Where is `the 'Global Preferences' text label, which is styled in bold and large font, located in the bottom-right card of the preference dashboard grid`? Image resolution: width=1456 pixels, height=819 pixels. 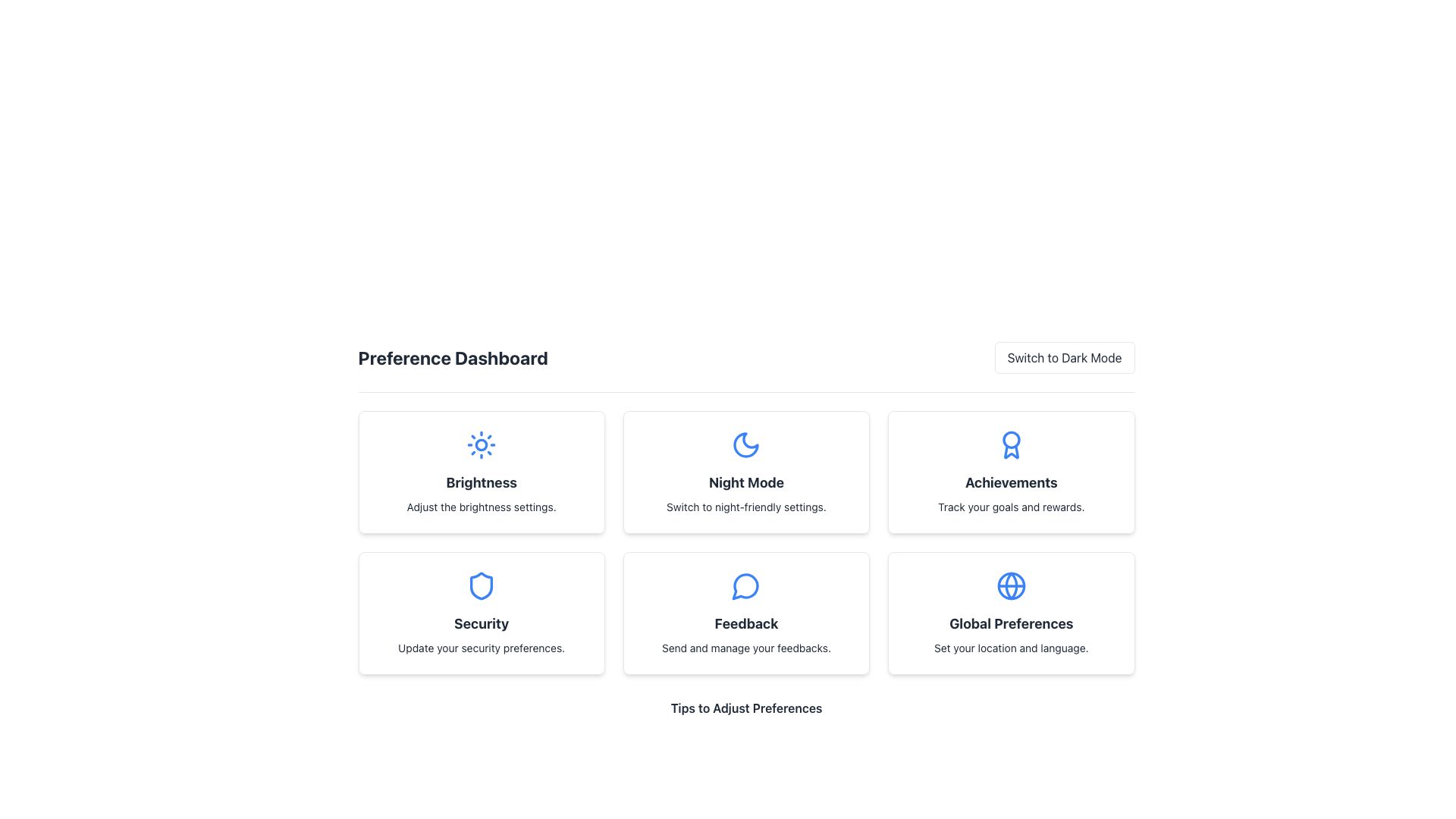
the 'Global Preferences' text label, which is styled in bold and large font, located in the bottom-right card of the preference dashboard grid is located at coordinates (1011, 623).